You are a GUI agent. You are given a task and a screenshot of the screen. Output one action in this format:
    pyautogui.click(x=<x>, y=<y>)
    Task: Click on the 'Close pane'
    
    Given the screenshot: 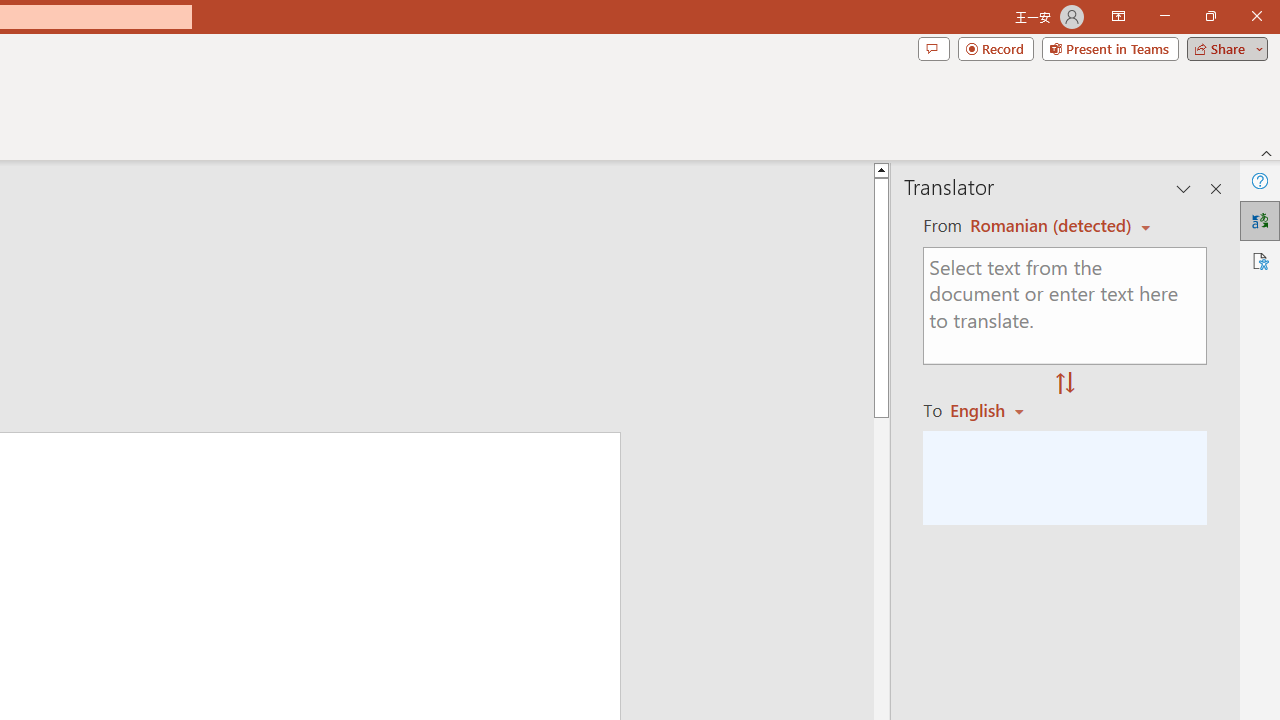 What is the action you would take?
    pyautogui.click(x=1215, y=189)
    